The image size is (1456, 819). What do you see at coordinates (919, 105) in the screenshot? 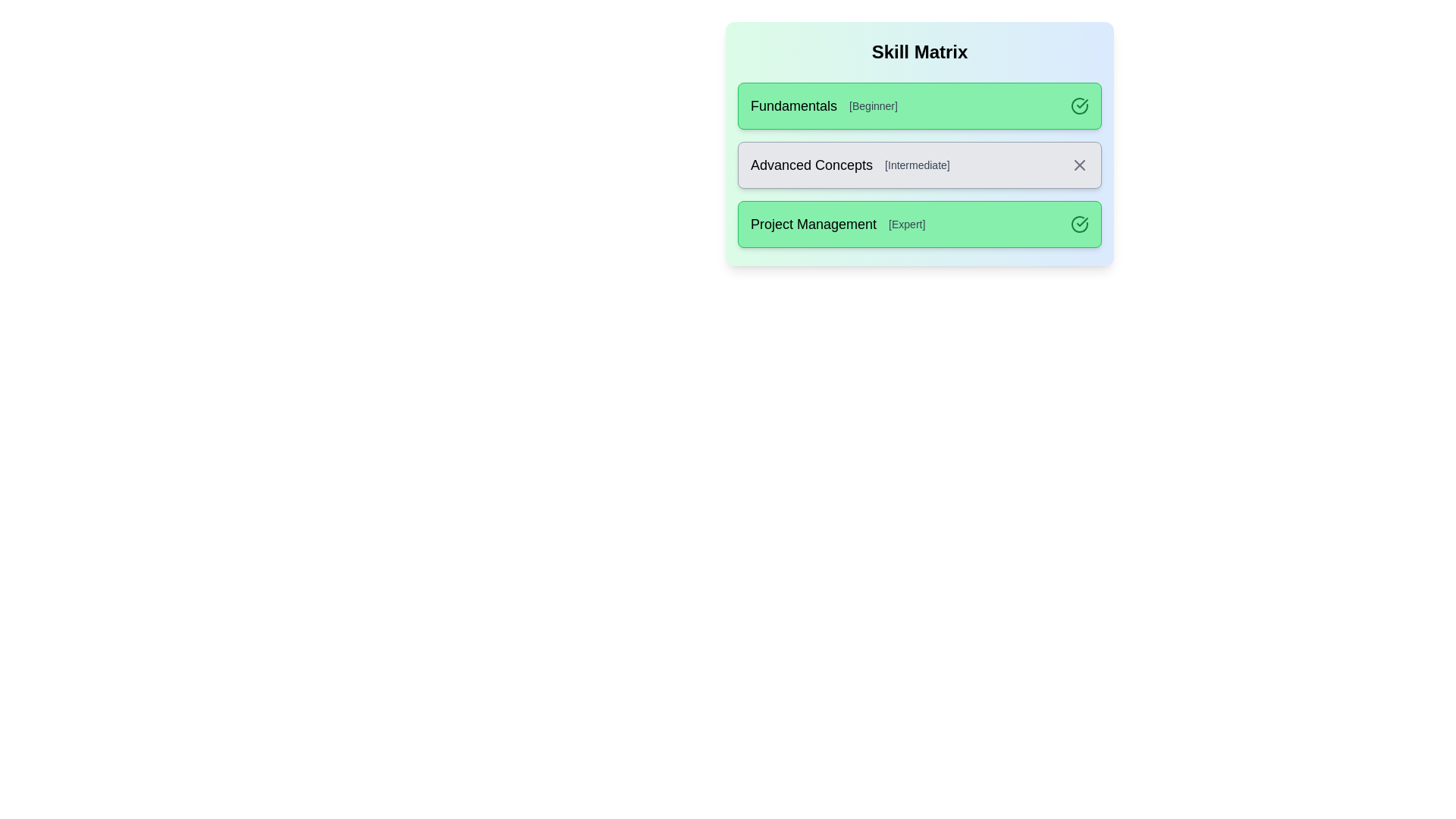
I see `the skill card corresponding to Fundamentals` at bounding box center [919, 105].